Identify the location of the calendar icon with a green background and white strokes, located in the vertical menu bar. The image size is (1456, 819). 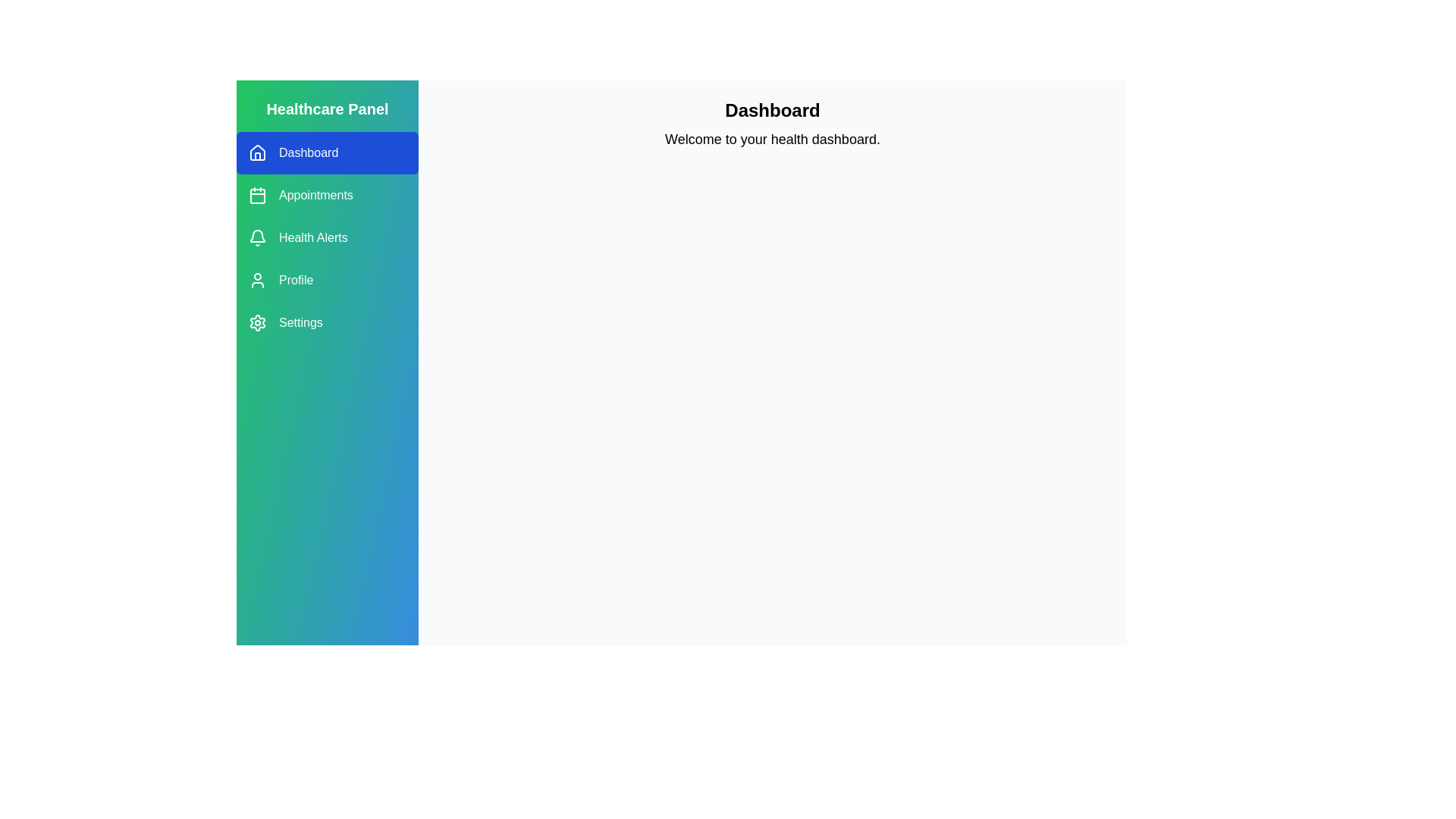
(258, 195).